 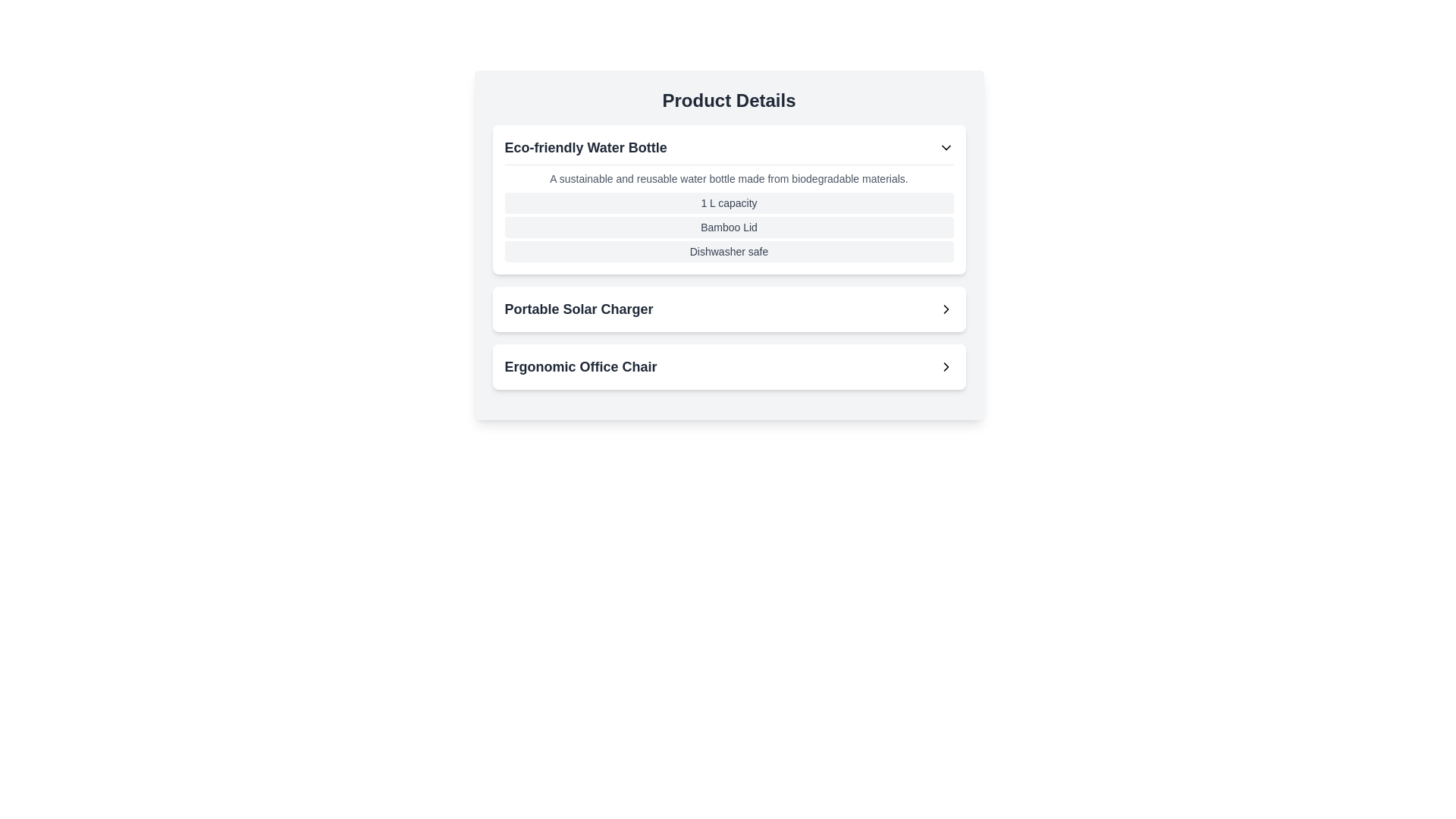 I want to click on the non-interactive label displaying the title 'Portable Solar Charger' in the 'Product Details' section, located in the second decorative row, so click(x=578, y=309).